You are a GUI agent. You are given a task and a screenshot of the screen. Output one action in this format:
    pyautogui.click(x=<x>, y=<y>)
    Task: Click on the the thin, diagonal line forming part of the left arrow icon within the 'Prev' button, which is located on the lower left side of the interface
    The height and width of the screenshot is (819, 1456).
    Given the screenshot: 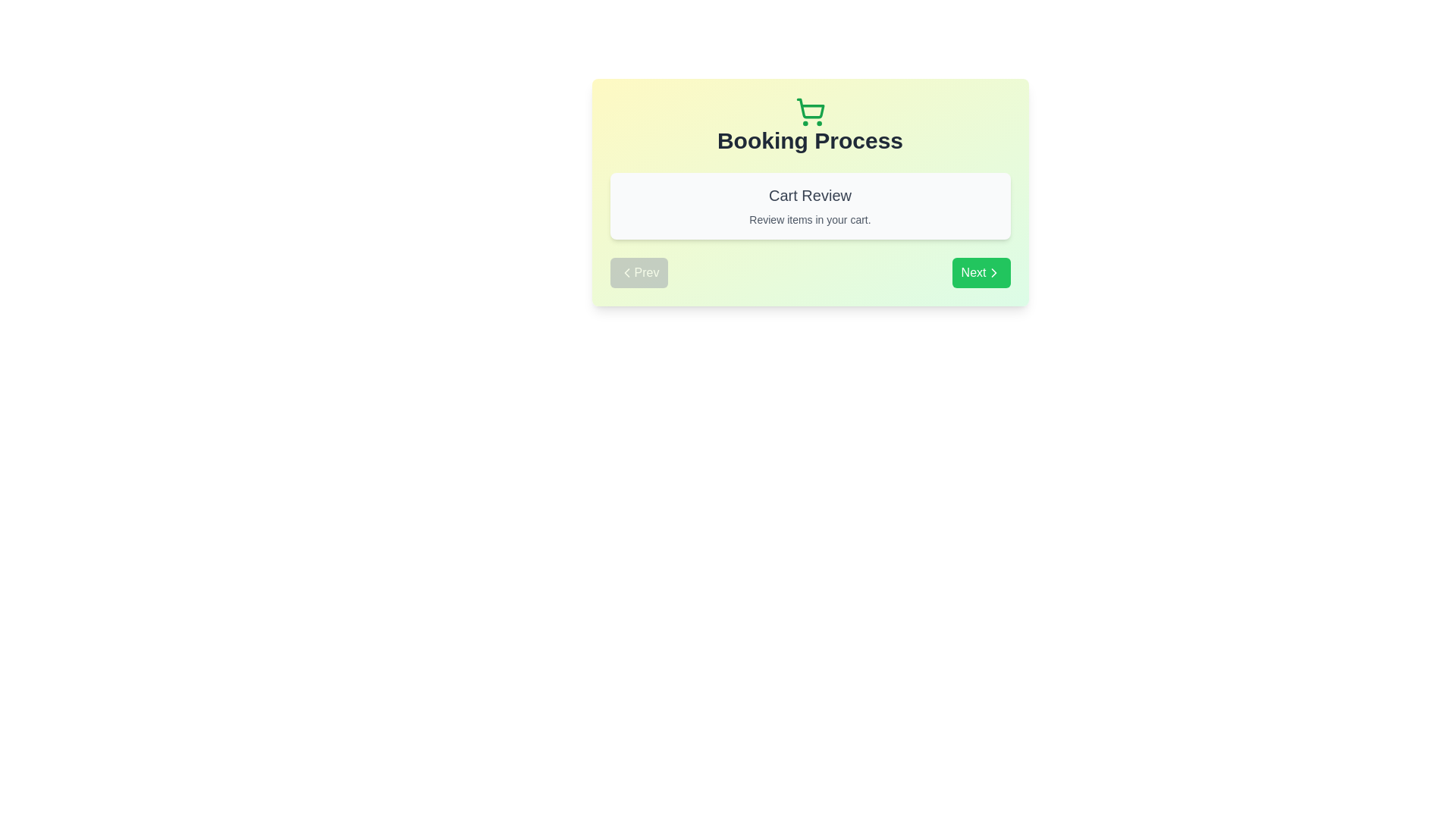 What is the action you would take?
    pyautogui.click(x=626, y=271)
    